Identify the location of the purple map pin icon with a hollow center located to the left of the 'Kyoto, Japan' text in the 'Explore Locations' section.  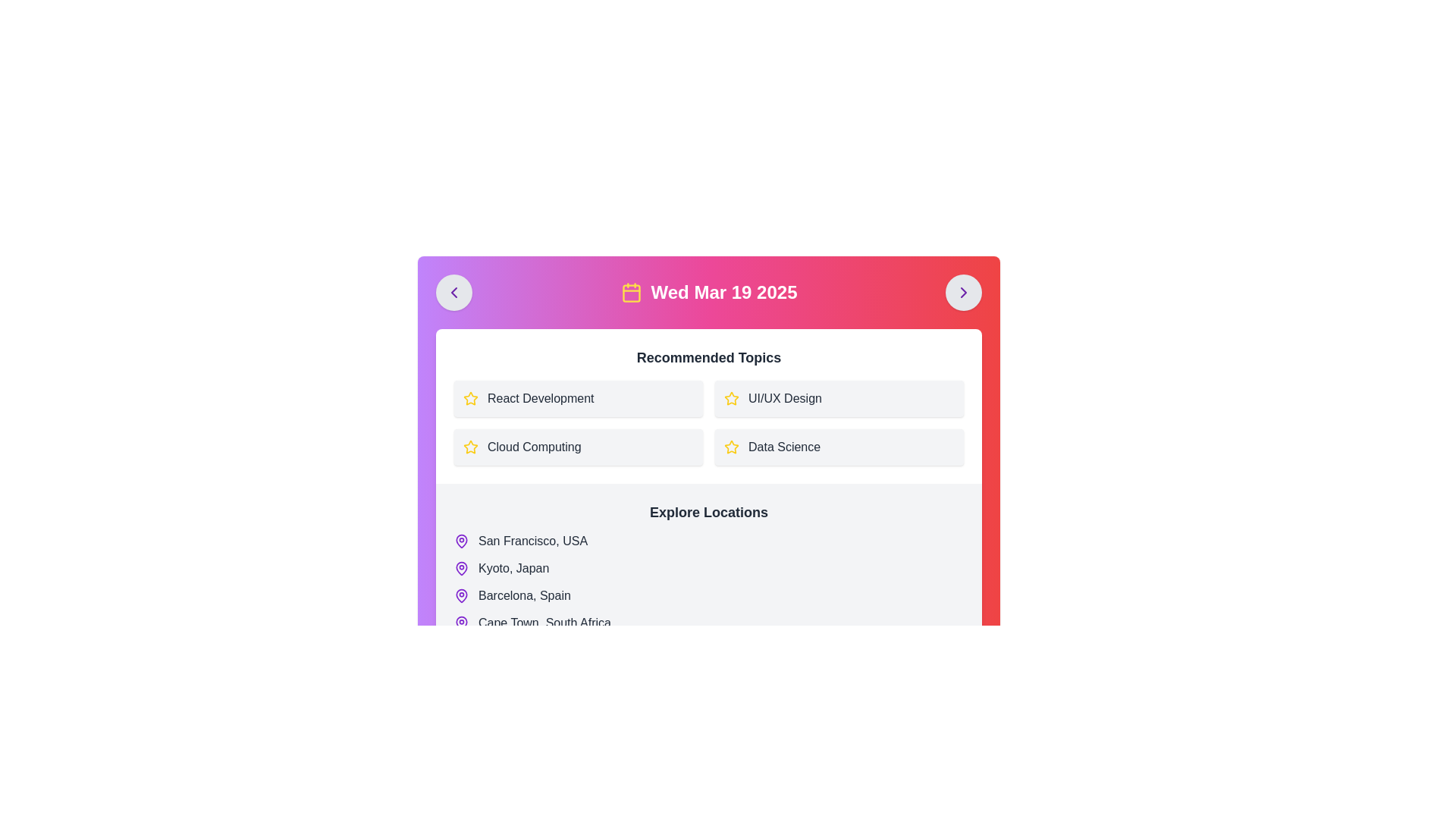
(461, 568).